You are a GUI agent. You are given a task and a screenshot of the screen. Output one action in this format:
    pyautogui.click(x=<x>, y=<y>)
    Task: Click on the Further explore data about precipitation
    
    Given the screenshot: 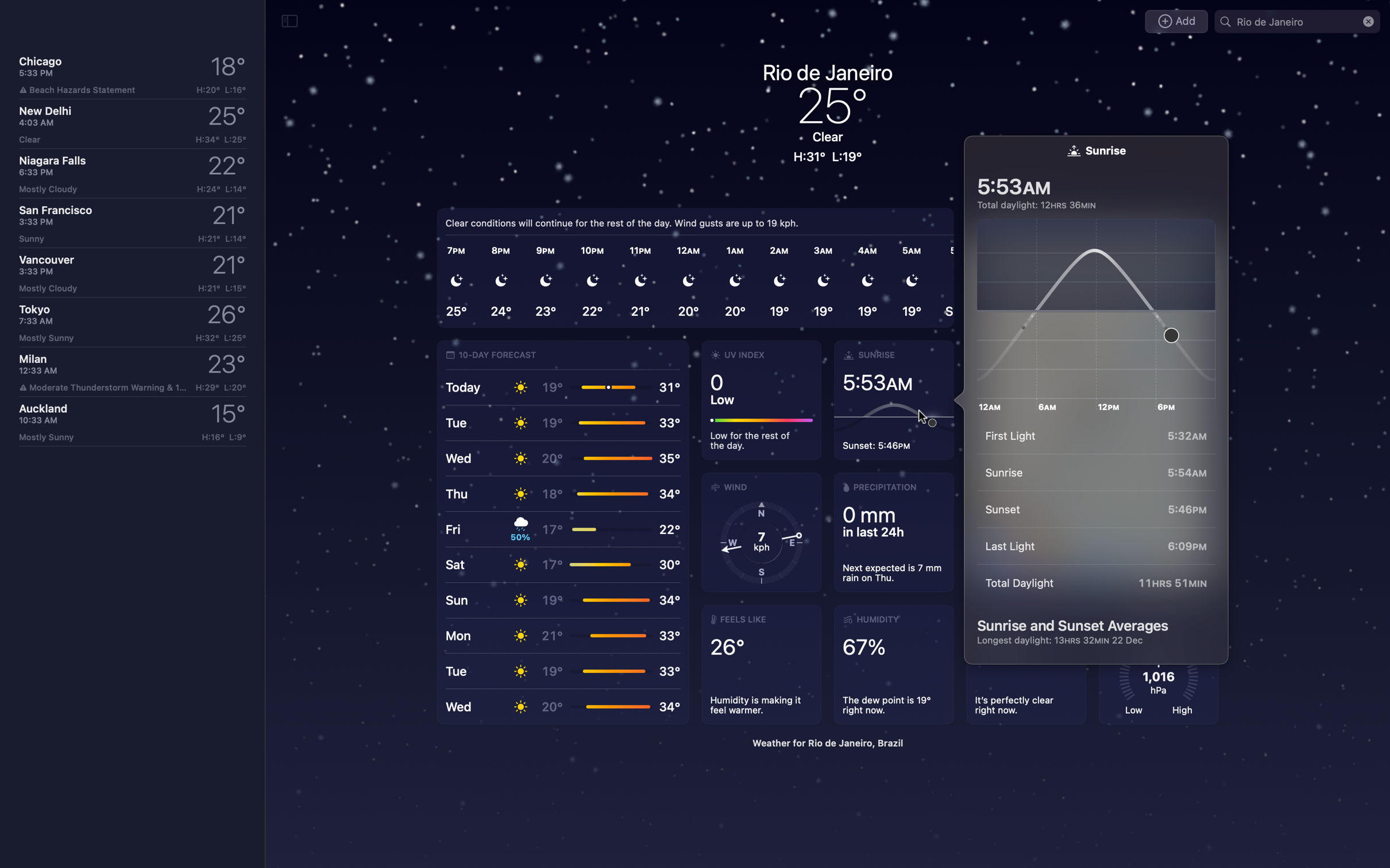 What is the action you would take?
    pyautogui.click(x=892, y=532)
    